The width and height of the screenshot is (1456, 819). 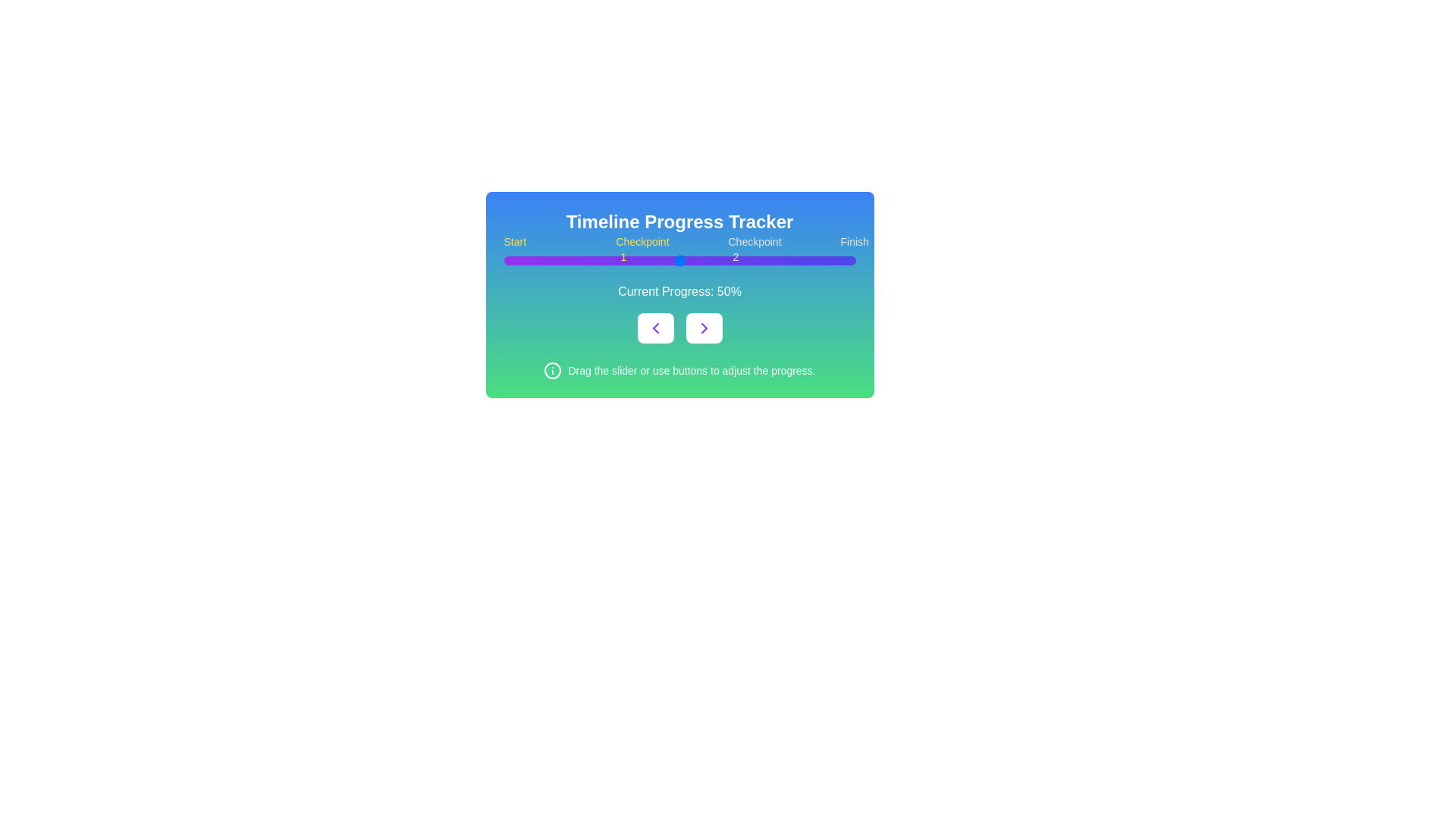 What do you see at coordinates (691, 371) in the screenshot?
I see `the instructional text element positioned at the bottom of the interface, centered horizontally below the navigation buttons` at bounding box center [691, 371].